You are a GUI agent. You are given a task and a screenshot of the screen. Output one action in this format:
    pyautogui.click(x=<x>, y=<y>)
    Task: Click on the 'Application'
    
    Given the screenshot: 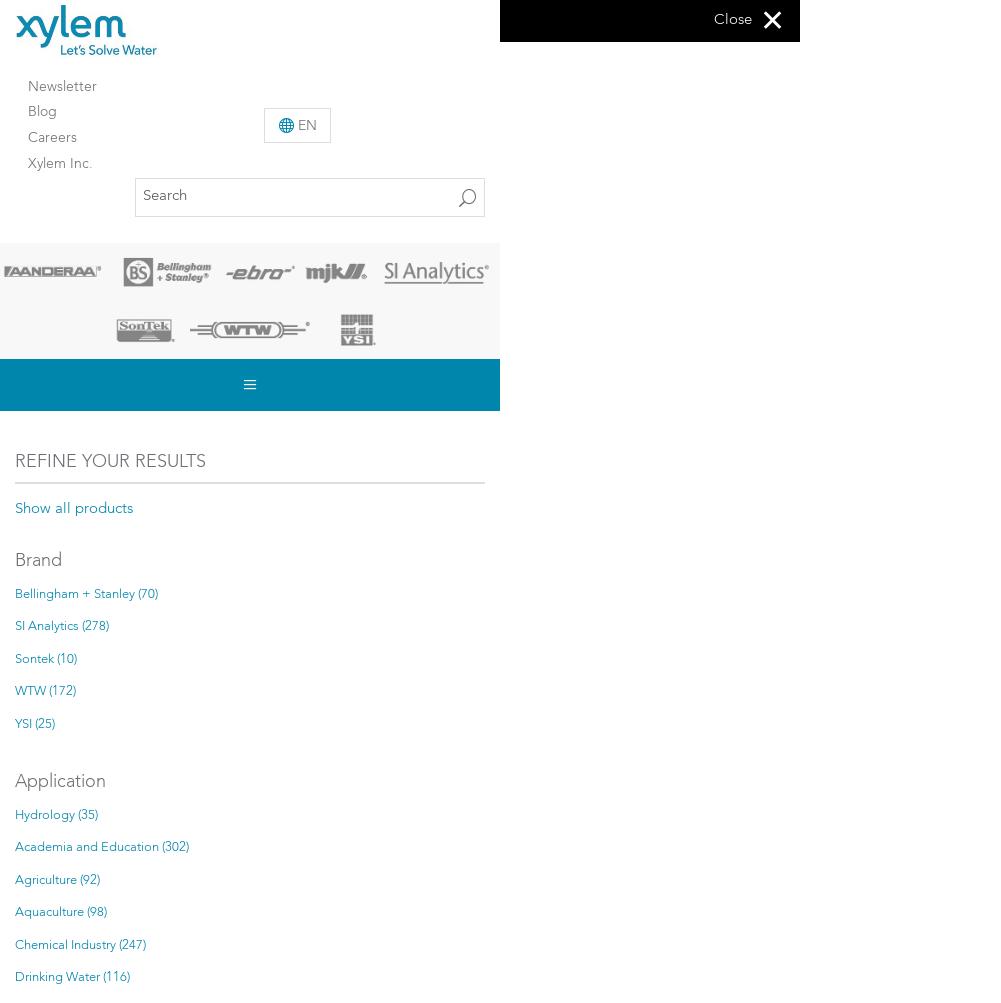 What is the action you would take?
    pyautogui.click(x=60, y=781)
    